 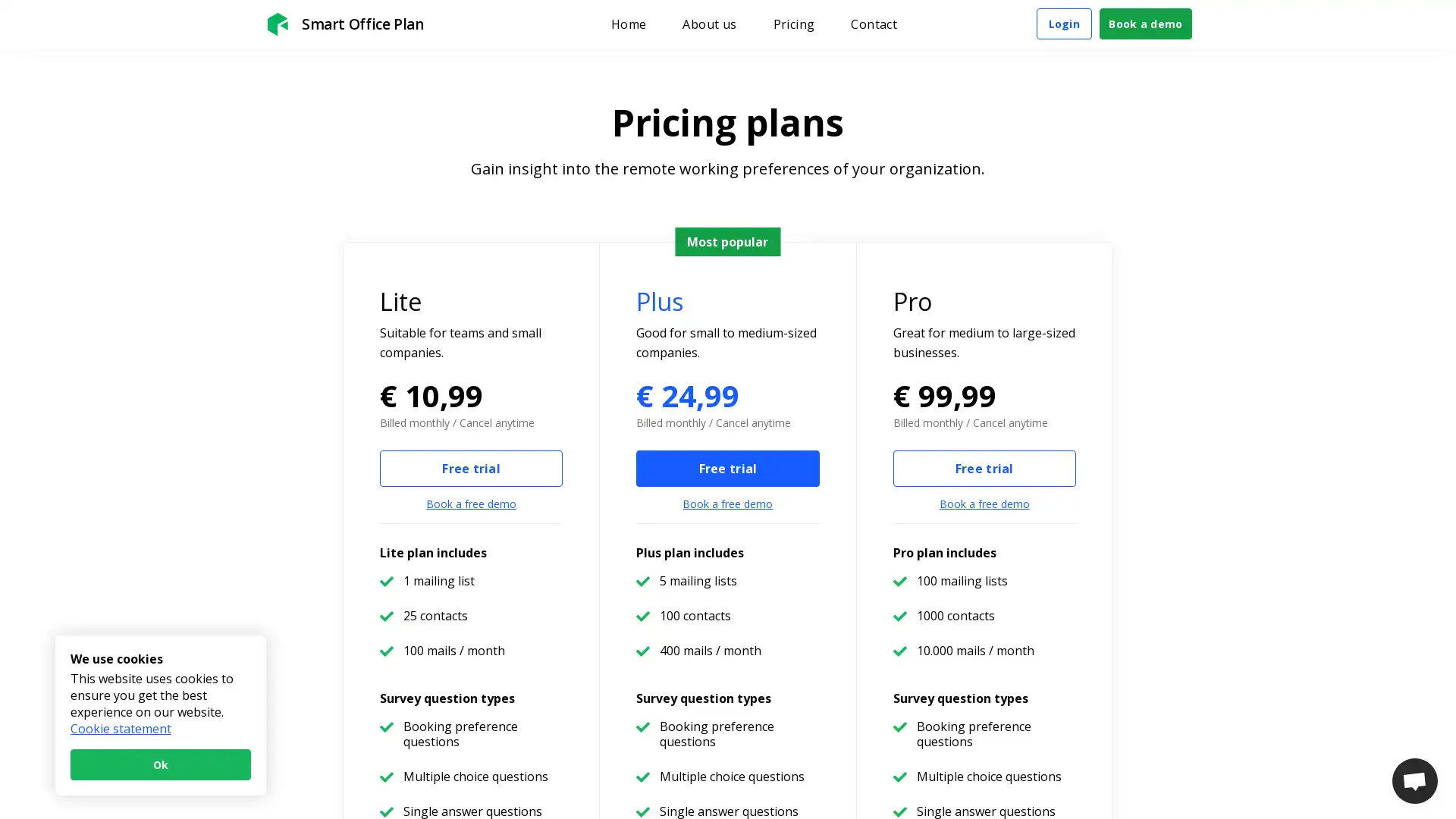 I want to click on Free trial, so click(x=984, y=467).